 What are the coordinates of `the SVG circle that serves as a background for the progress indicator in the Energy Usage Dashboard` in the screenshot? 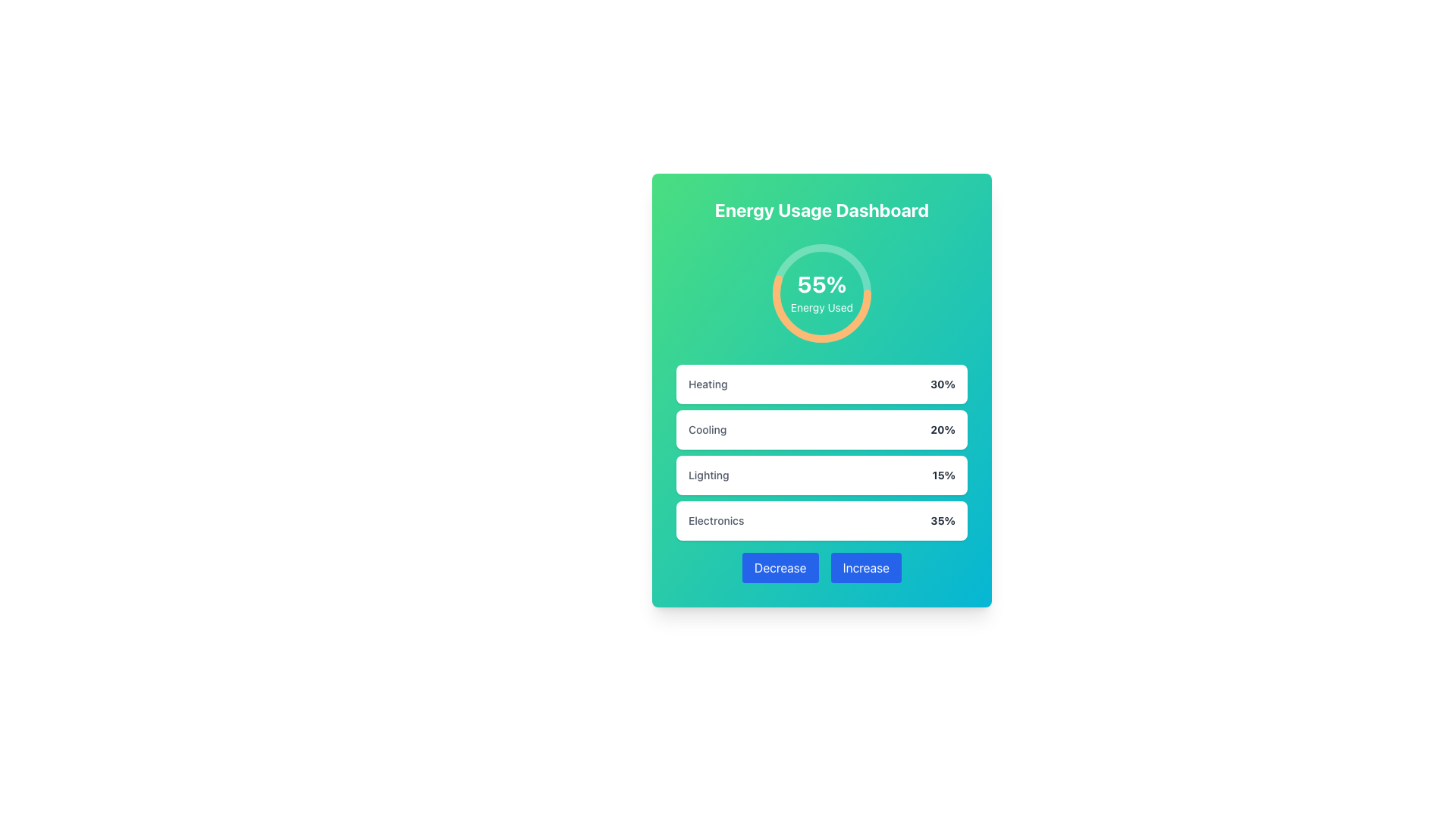 It's located at (821, 293).